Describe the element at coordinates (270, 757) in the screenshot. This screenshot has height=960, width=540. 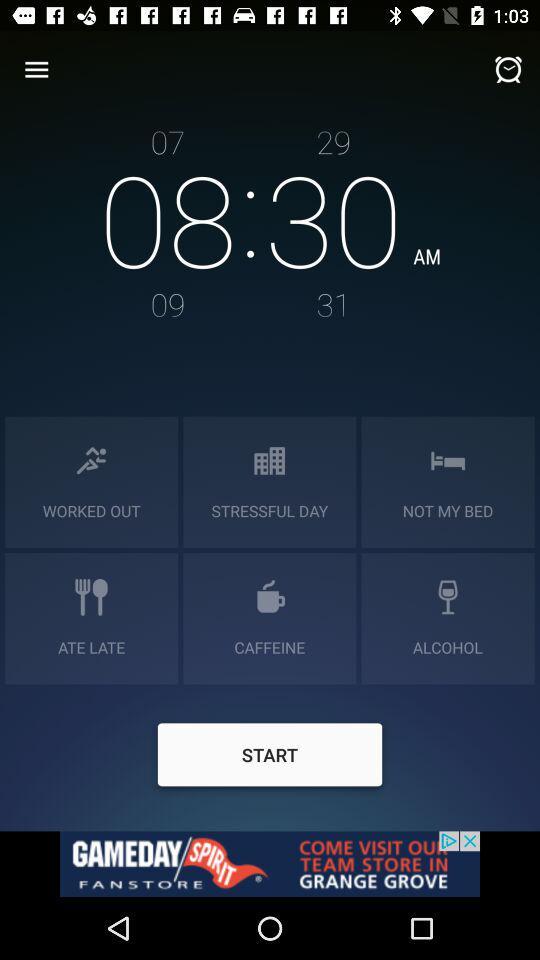
I see `start` at that location.